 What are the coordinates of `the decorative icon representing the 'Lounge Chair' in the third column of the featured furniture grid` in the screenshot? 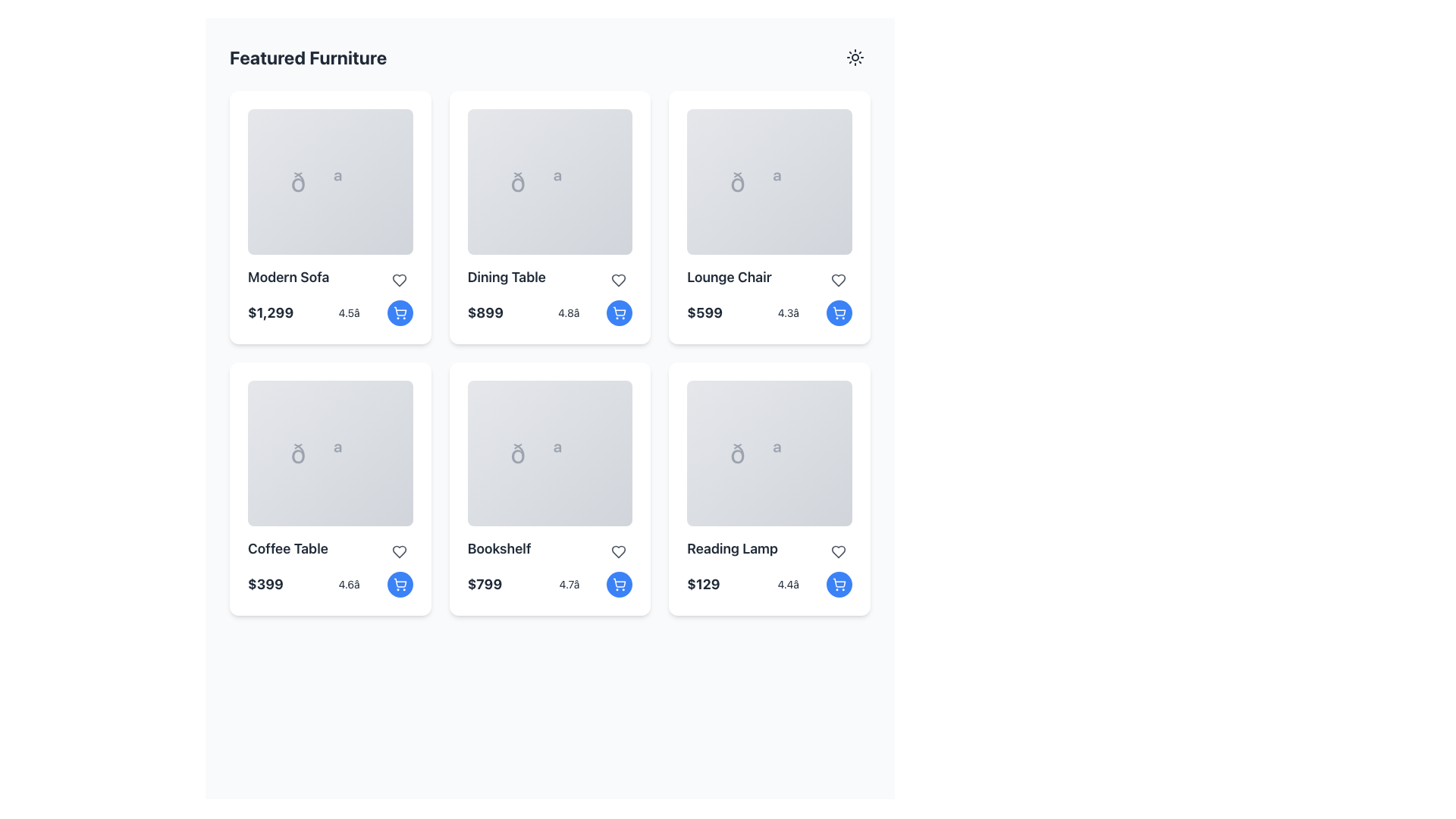 It's located at (770, 180).